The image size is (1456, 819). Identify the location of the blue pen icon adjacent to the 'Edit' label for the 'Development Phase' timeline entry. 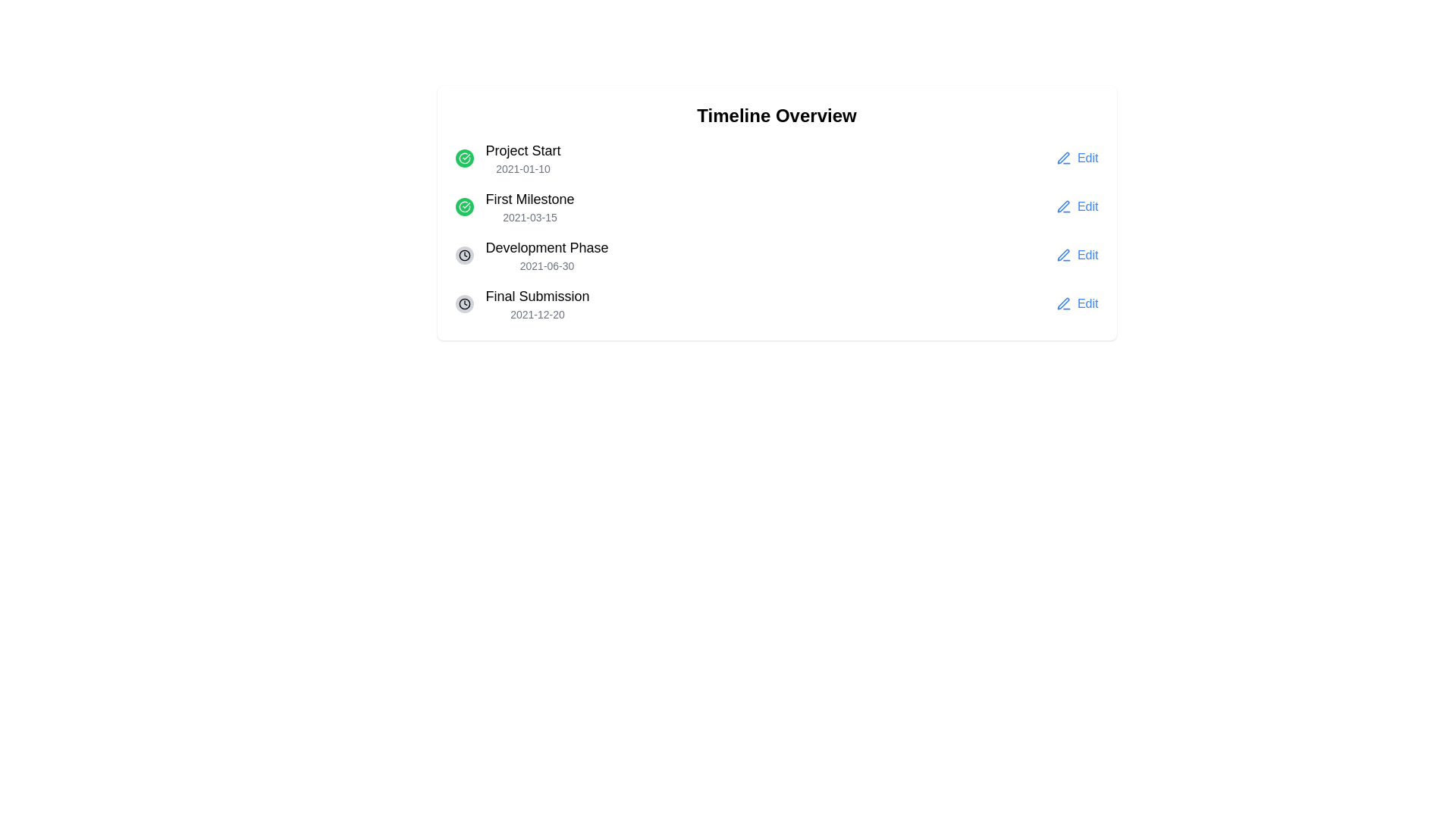
(1062, 254).